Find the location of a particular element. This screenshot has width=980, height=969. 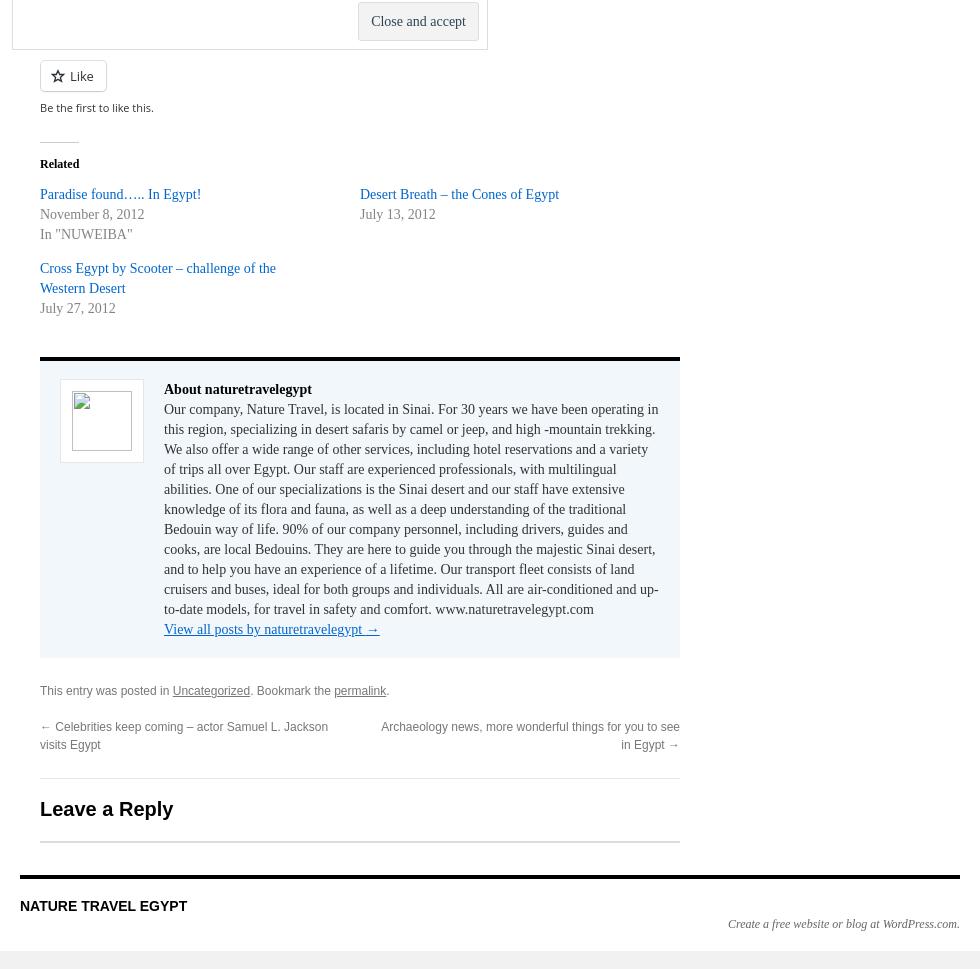

'LinkedIn' is located at coordinates (98, 16).